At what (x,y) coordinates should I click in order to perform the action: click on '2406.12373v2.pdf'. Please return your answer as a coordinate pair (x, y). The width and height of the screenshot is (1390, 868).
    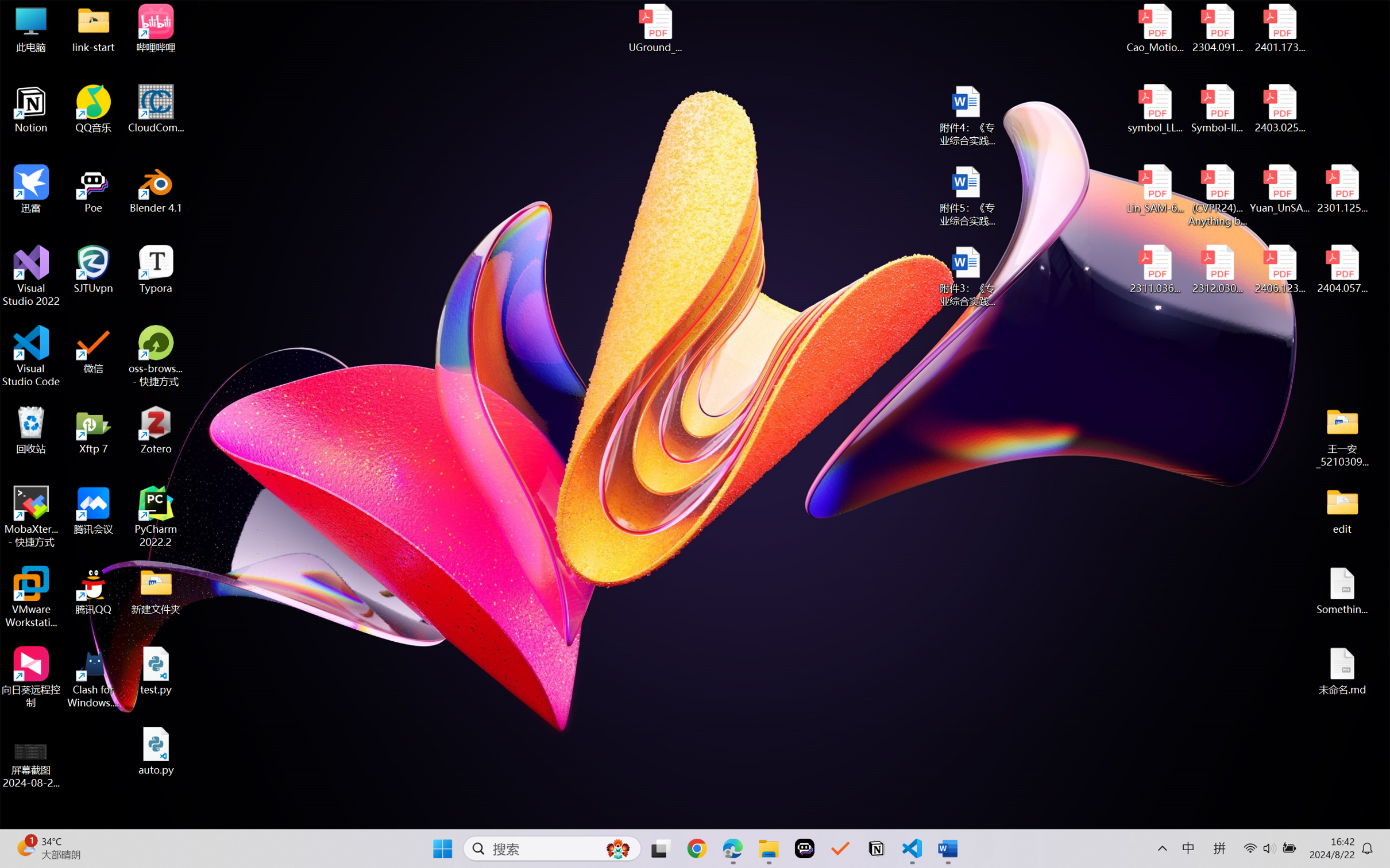
    Looking at the image, I should click on (1279, 269).